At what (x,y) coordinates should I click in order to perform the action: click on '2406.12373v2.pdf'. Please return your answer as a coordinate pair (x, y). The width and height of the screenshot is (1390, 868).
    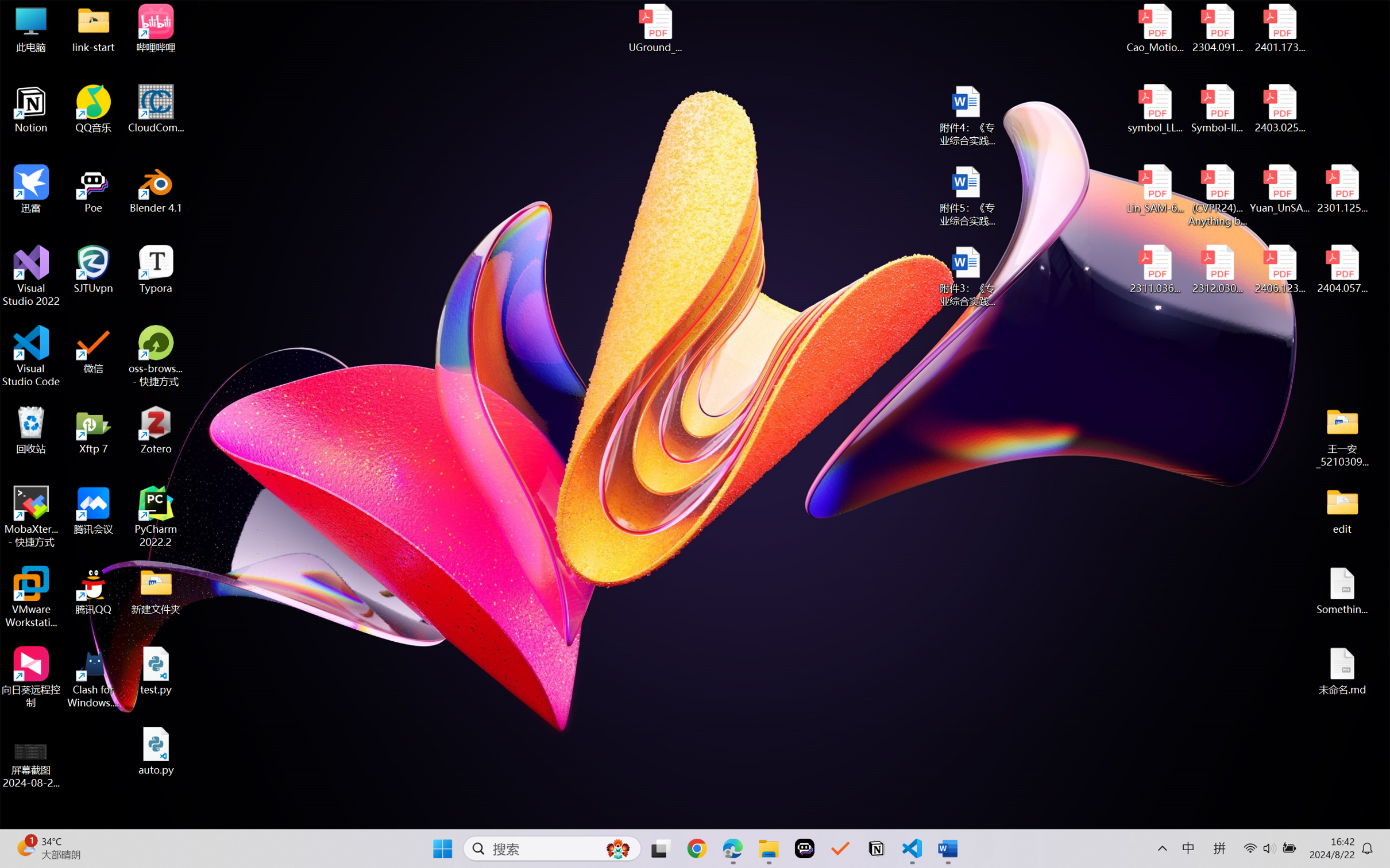
    Looking at the image, I should click on (1279, 269).